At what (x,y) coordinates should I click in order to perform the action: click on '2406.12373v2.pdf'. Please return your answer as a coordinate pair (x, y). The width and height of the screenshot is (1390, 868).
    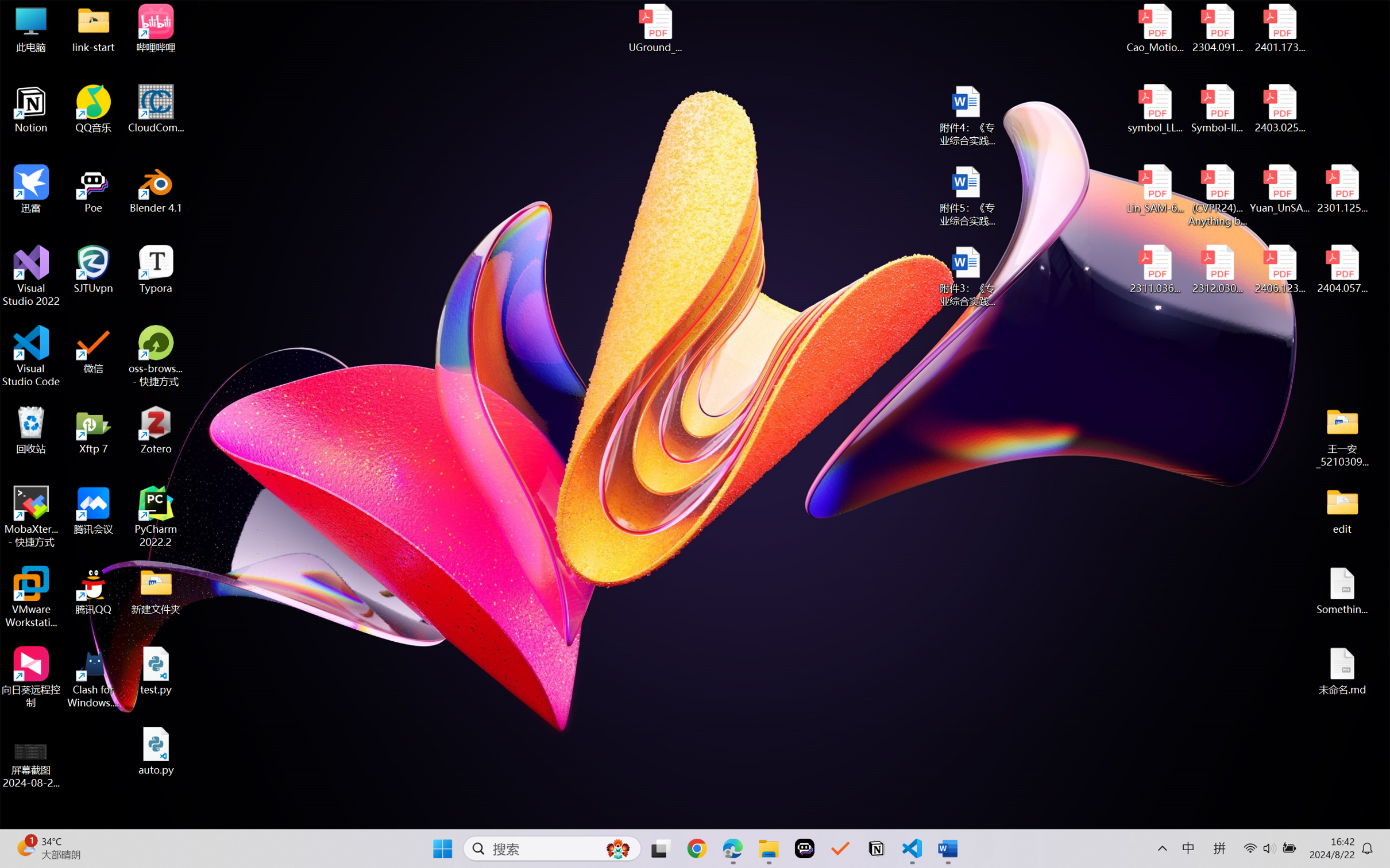
    Looking at the image, I should click on (1279, 269).